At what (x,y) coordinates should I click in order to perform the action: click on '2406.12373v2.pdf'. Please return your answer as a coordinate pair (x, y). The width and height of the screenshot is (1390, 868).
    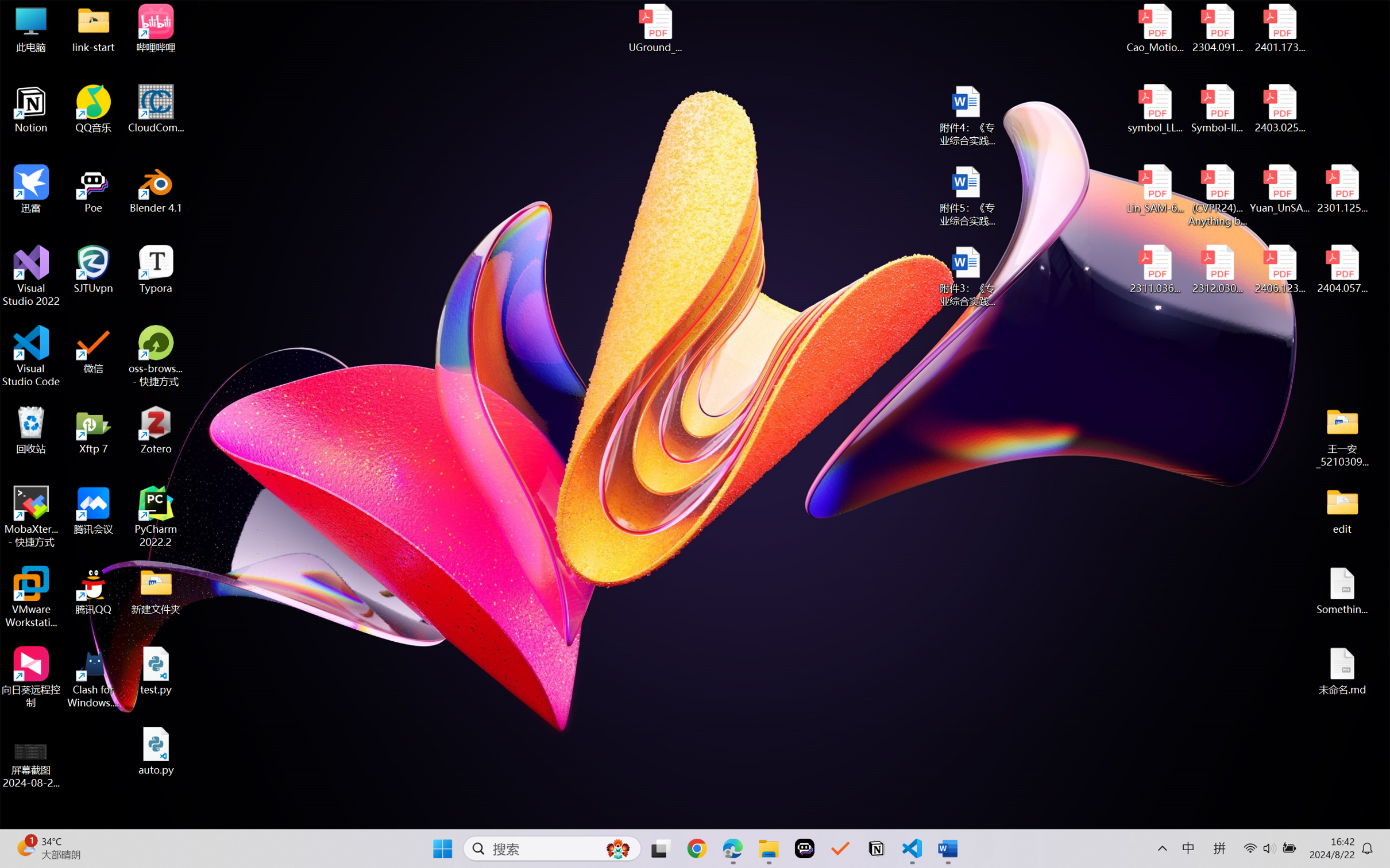
    Looking at the image, I should click on (1279, 269).